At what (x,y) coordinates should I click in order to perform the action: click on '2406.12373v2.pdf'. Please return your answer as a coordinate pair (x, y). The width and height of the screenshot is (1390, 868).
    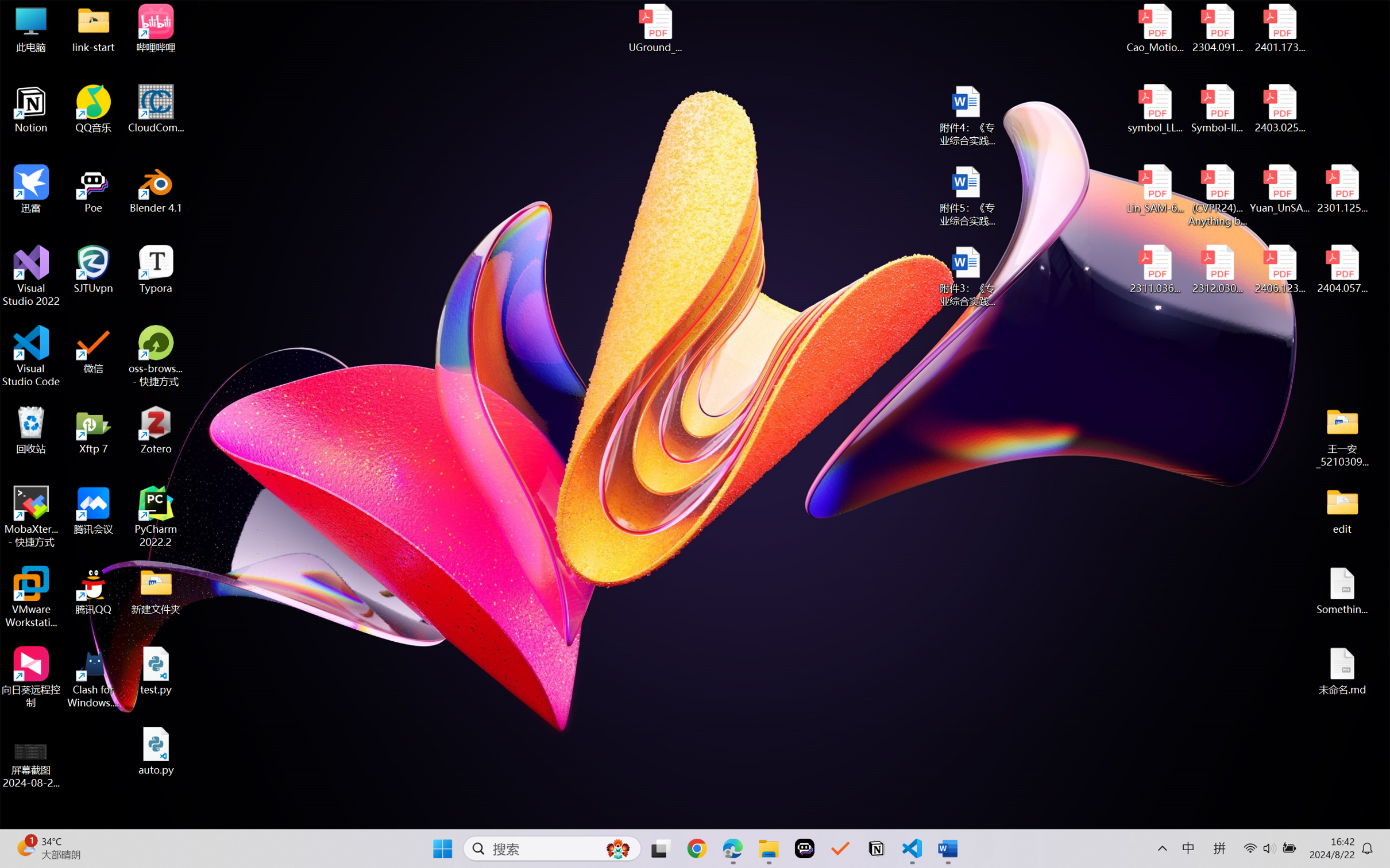
    Looking at the image, I should click on (1279, 269).